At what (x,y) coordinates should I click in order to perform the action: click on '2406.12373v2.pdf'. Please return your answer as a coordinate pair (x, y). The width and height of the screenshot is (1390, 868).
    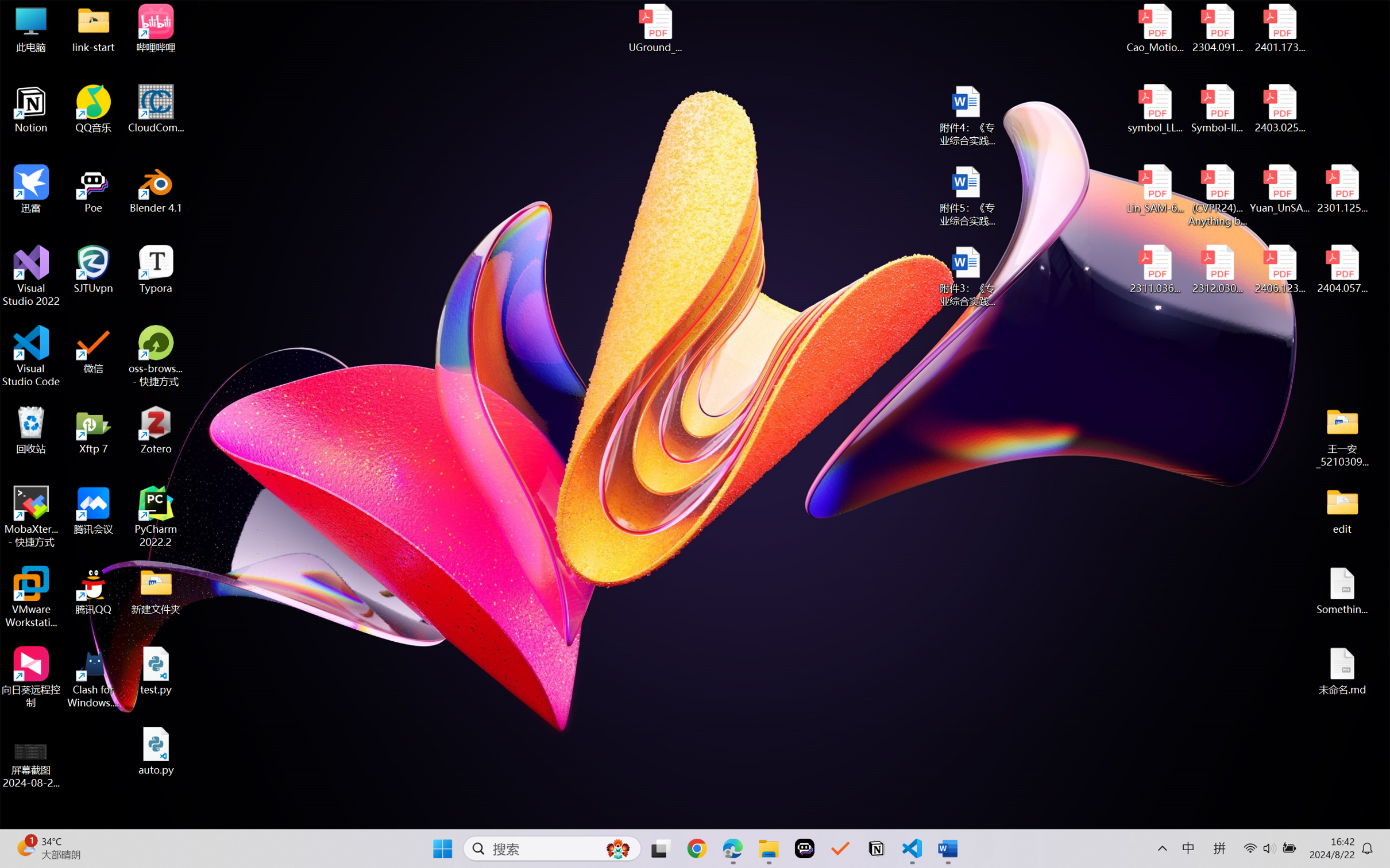
    Looking at the image, I should click on (1279, 269).